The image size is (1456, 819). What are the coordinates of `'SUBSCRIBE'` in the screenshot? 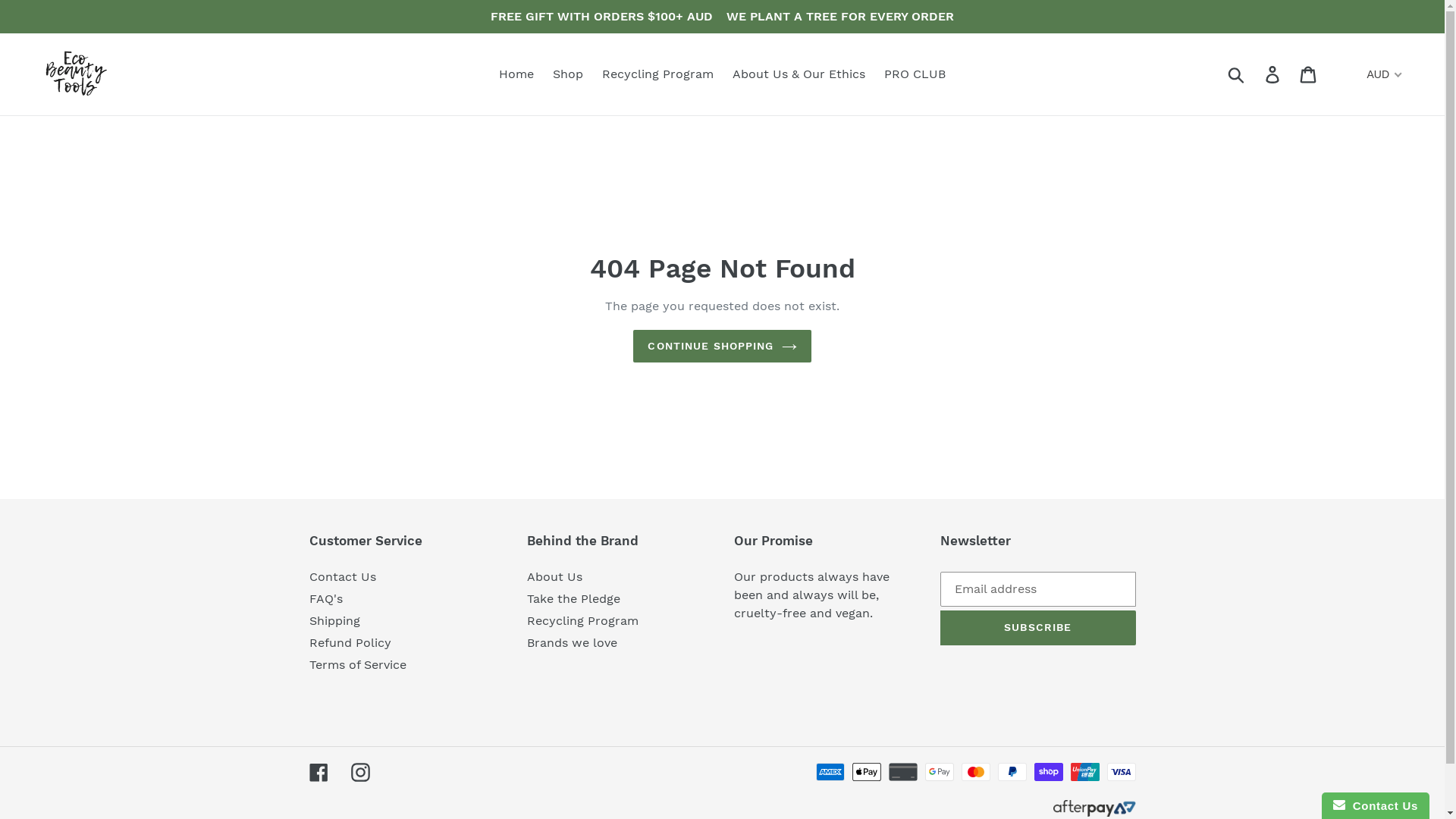 It's located at (939, 628).